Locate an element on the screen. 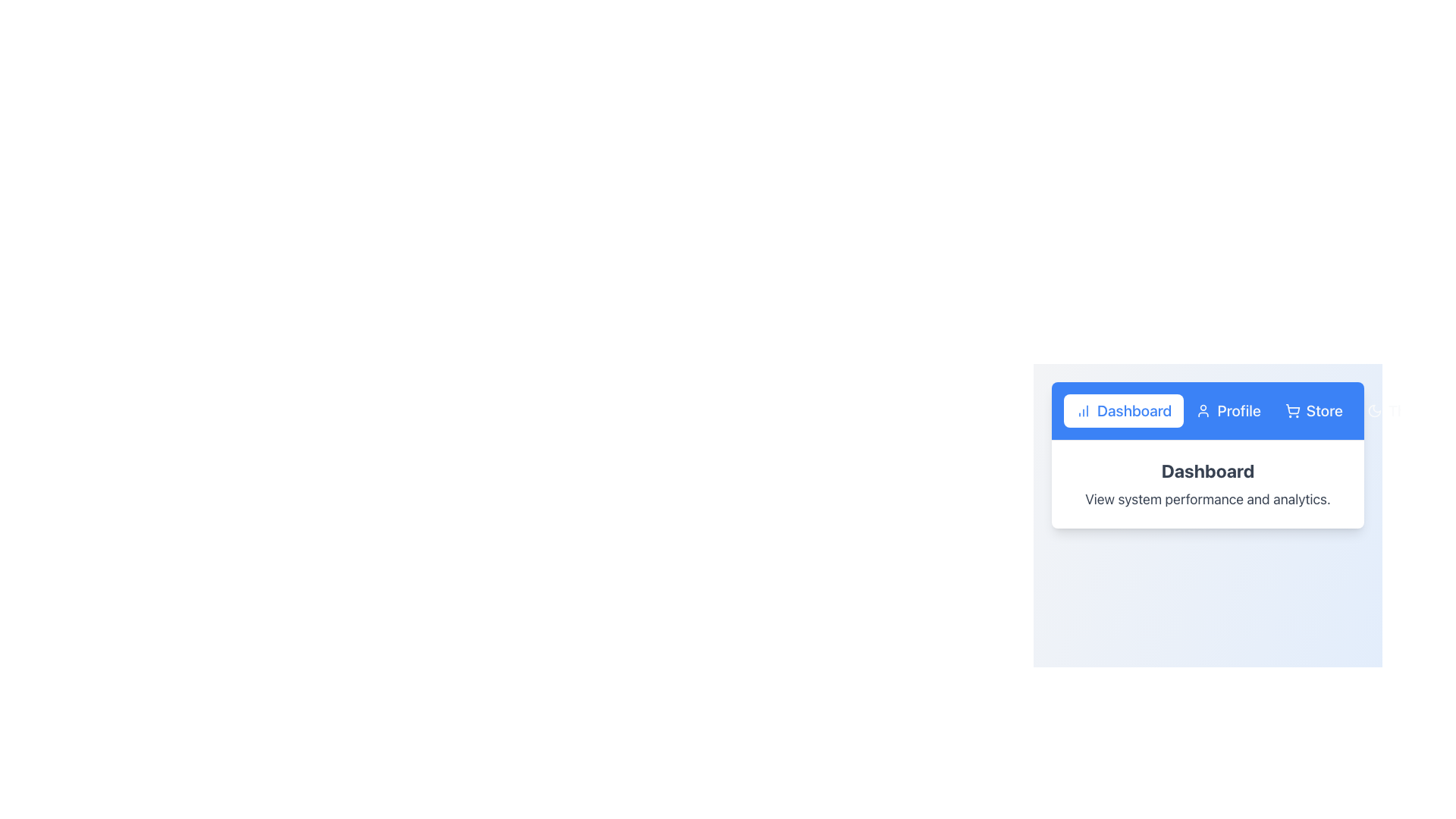  the 'Profile' button icon located in the navigation bar, which is associated with user-related features is located at coordinates (1203, 411).